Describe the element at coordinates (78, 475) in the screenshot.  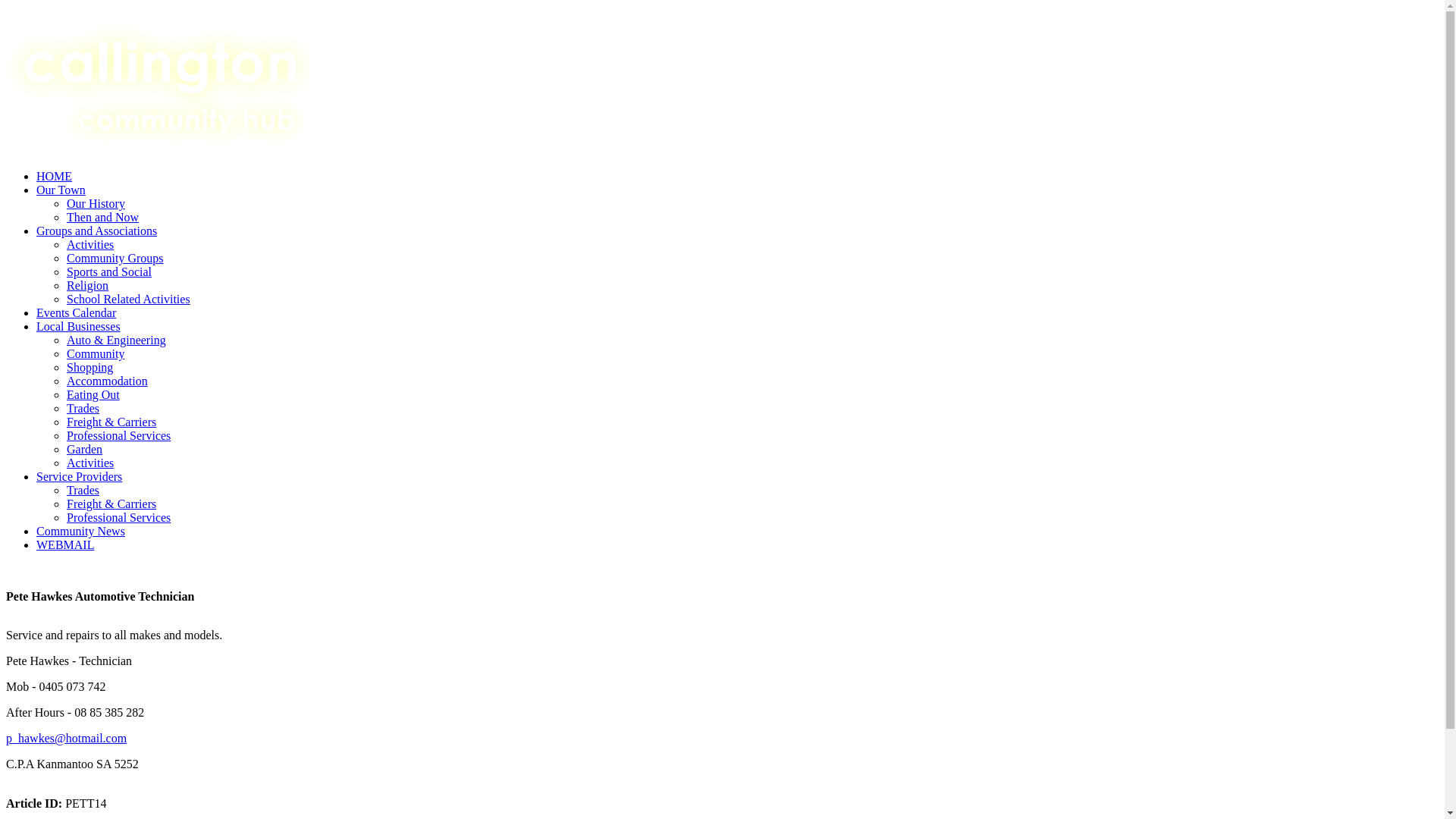
I see `'Service Providers'` at that location.